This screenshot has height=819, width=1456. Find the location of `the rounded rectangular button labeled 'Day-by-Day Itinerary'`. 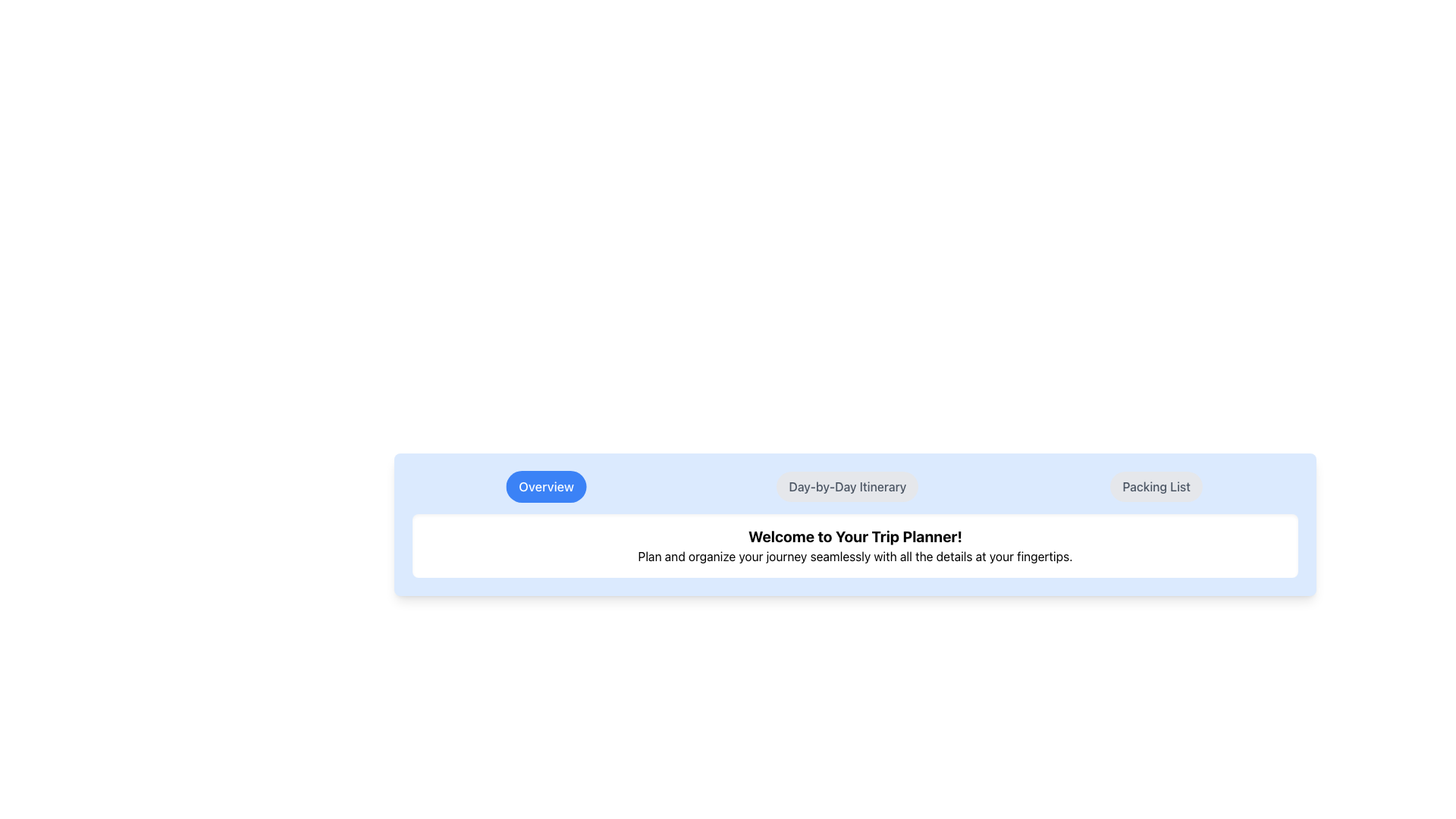

the rounded rectangular button labeled 'Day-by-Day Itinerary' is located at coordinates (846, 486).